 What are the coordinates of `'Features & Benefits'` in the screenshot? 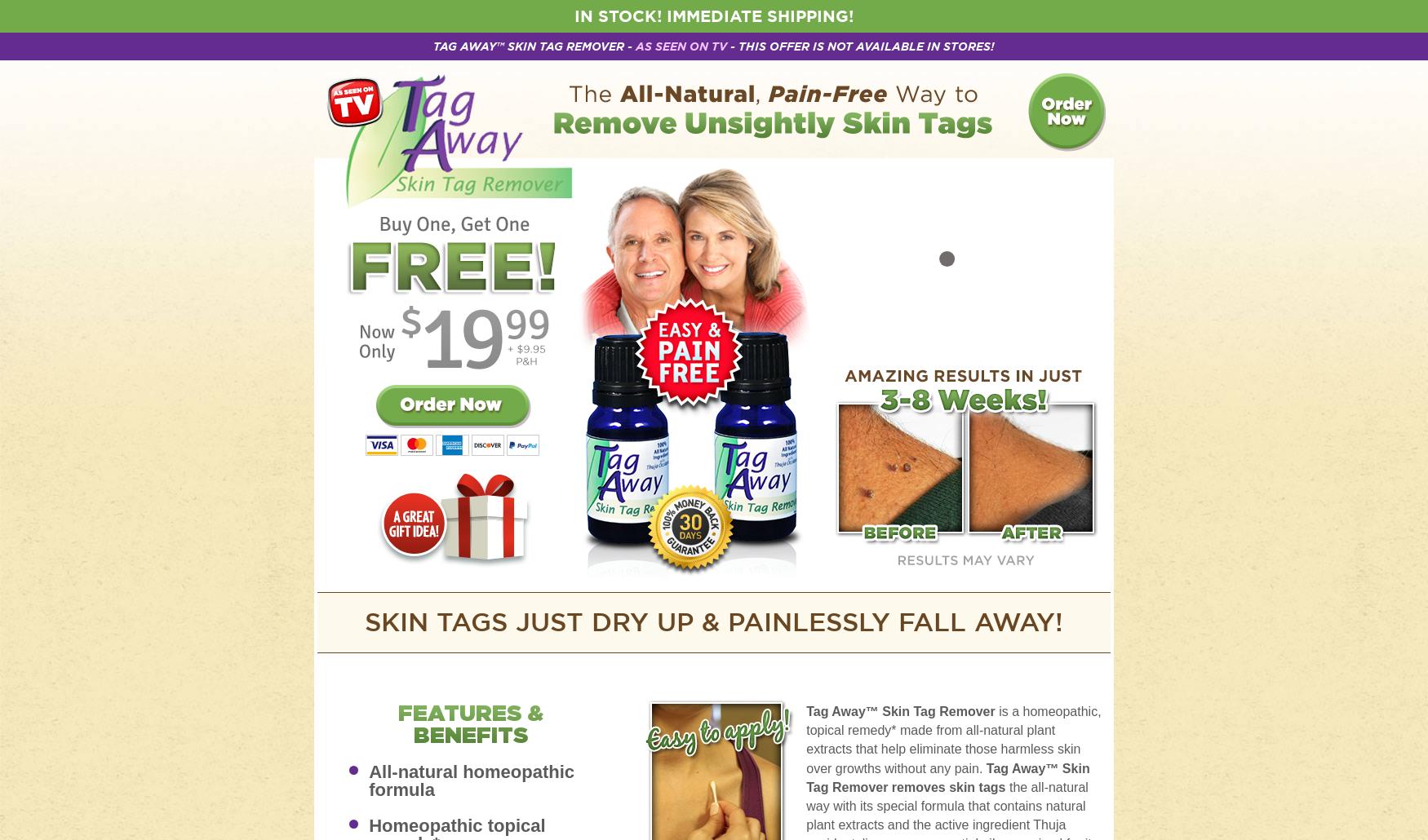 It's located at (469, 723).